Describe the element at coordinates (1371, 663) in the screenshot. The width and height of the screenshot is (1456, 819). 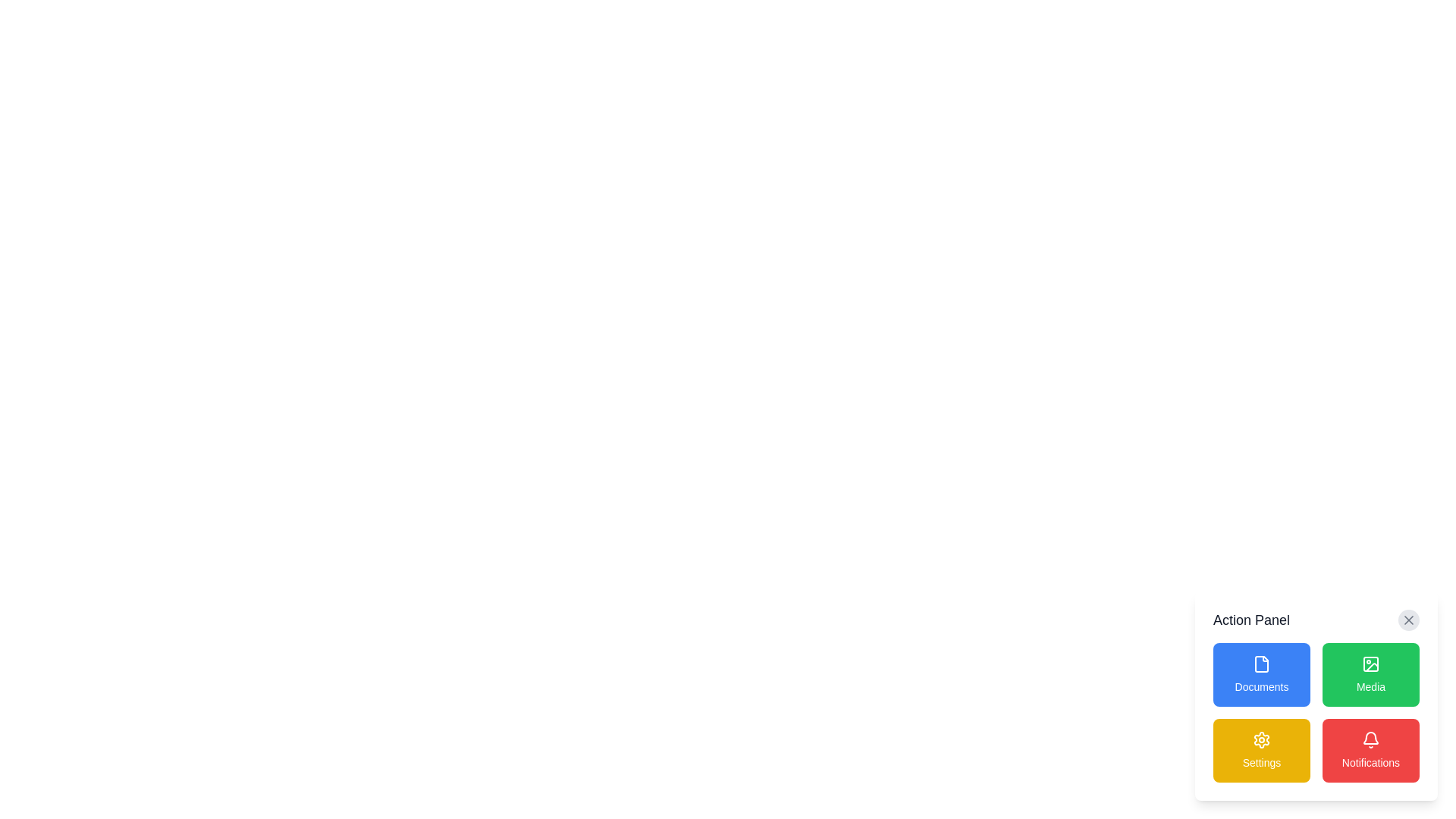
I see `the media icon, which is a compact monochrome icon with a rectangular outline, circle, and diagonal line, located within the green 'Media' button in the top-right section of the action panel` at that location.